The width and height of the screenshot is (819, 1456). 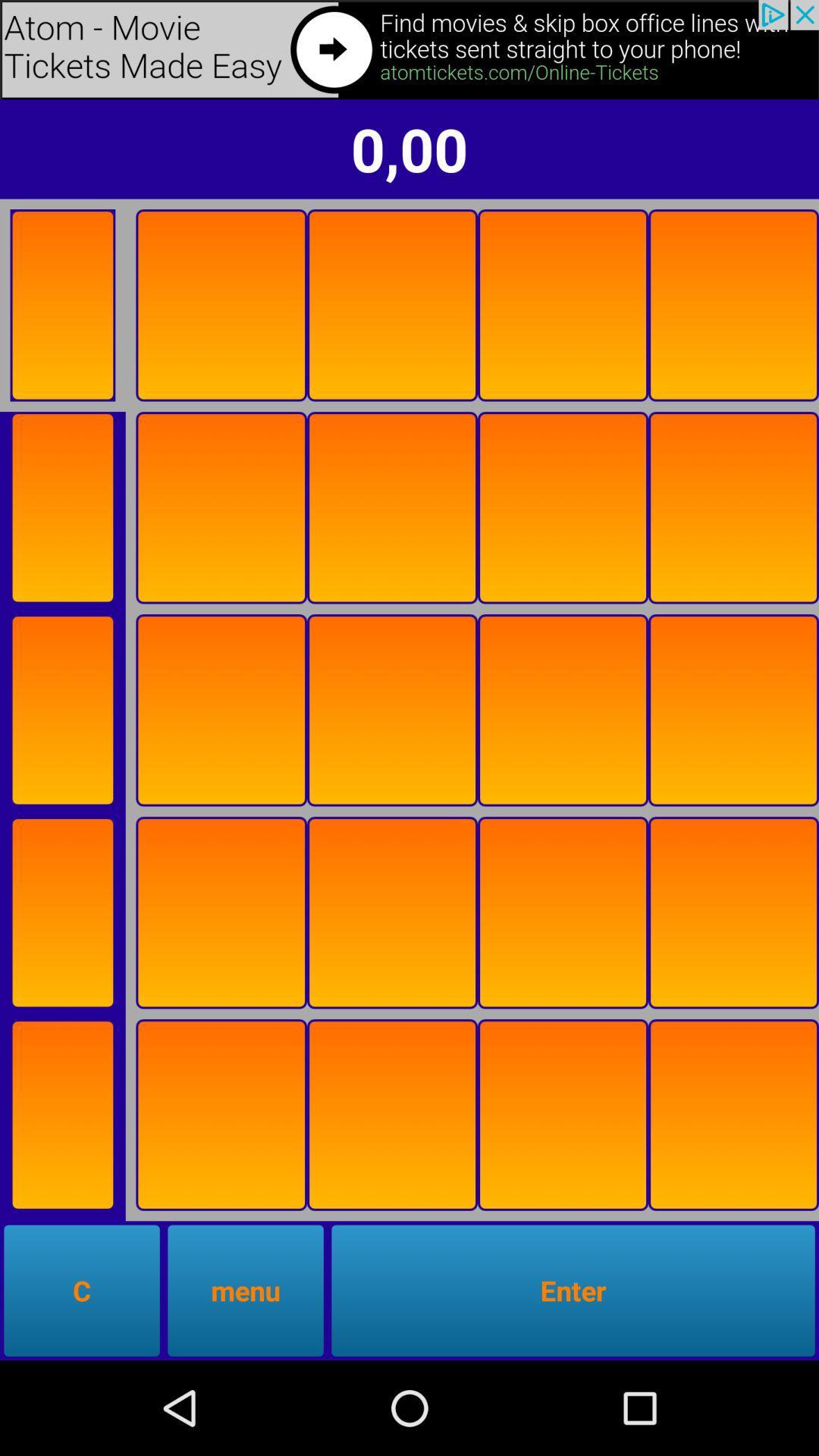 I want to click on button, so click(x=61, y=304).